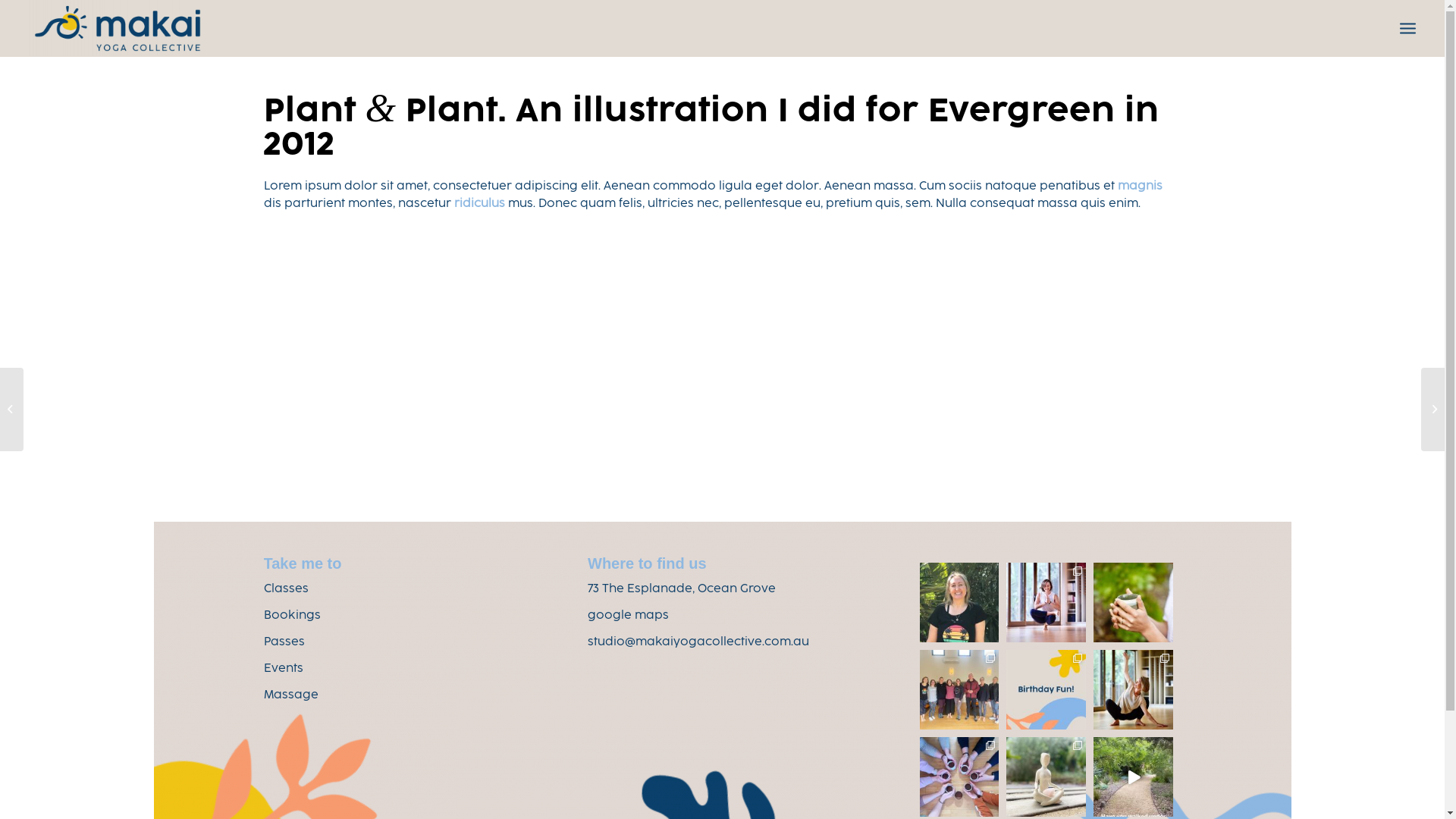  Describe the element at coordinates (284, 668) in the screenshot. I see `'Events'` at that location.